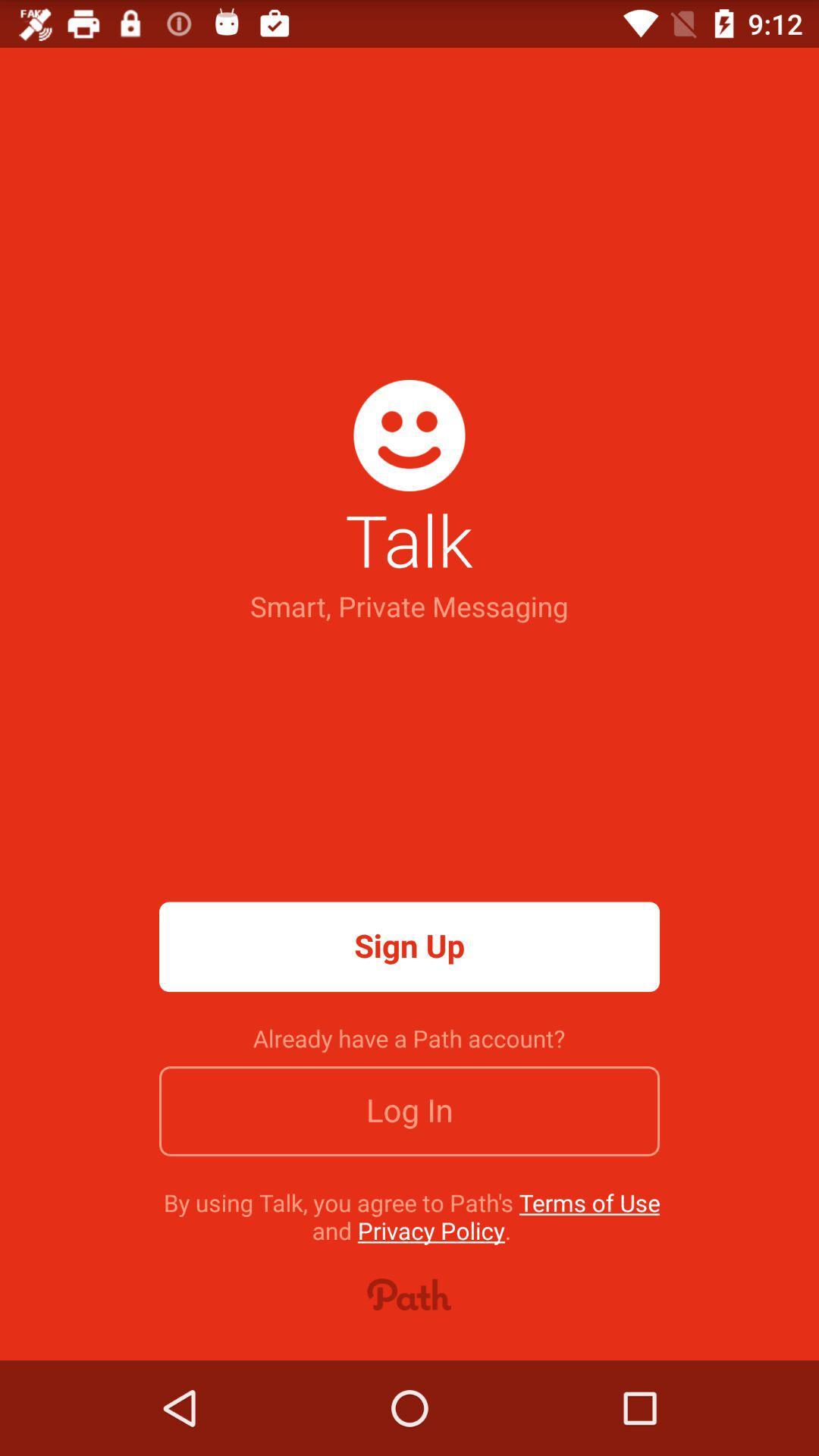 The height and width of the screenshot is (1456, 819). What do you see at coordinates (409, 1111) in the screenshot?
I see `the log in item` at bounding box center [409, 1111].